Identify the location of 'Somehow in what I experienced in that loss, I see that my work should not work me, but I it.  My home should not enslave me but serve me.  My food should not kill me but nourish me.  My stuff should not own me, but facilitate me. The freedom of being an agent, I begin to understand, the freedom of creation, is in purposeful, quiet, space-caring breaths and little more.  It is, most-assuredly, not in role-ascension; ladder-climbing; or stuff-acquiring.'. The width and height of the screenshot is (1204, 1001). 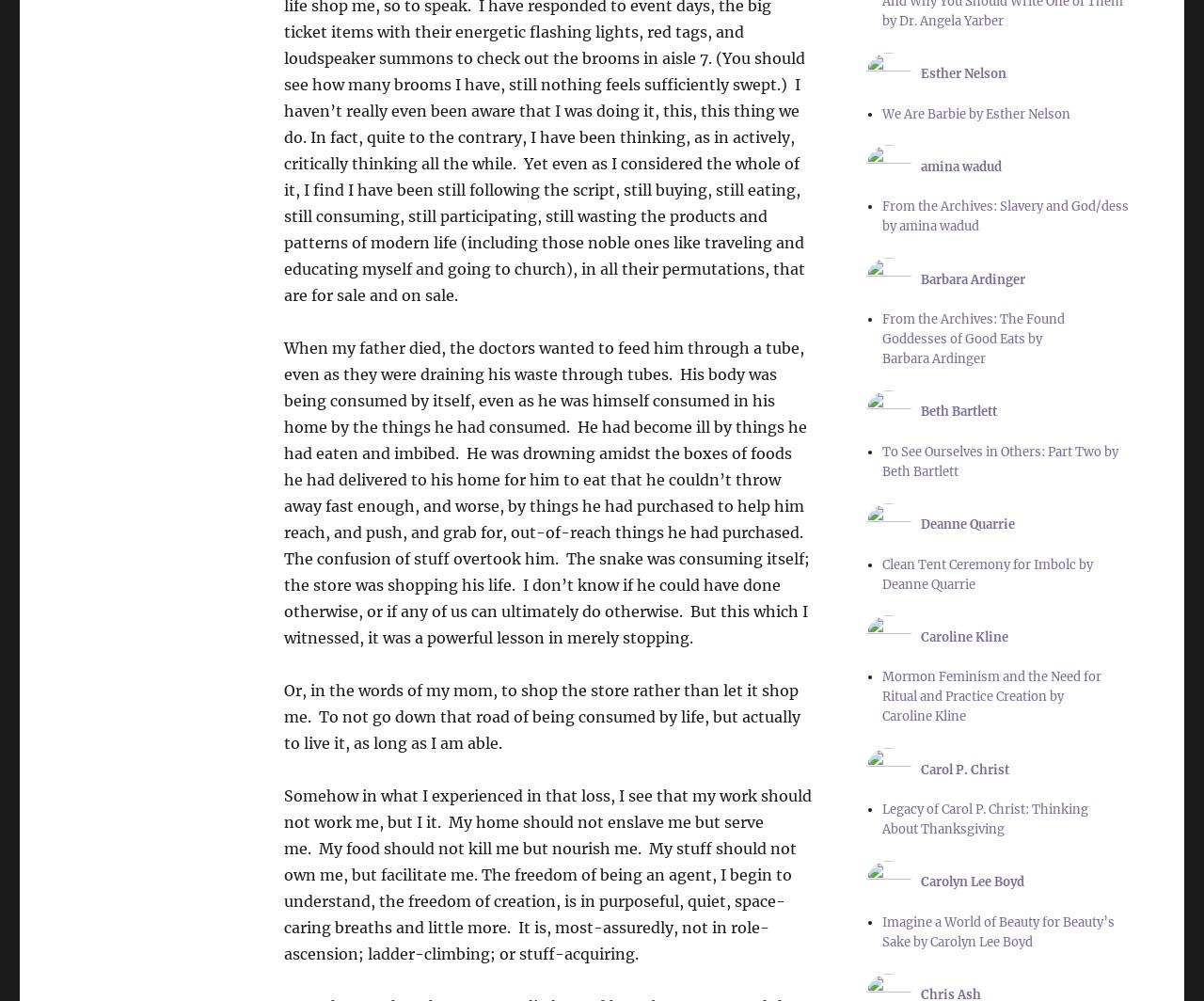
(282, 875).